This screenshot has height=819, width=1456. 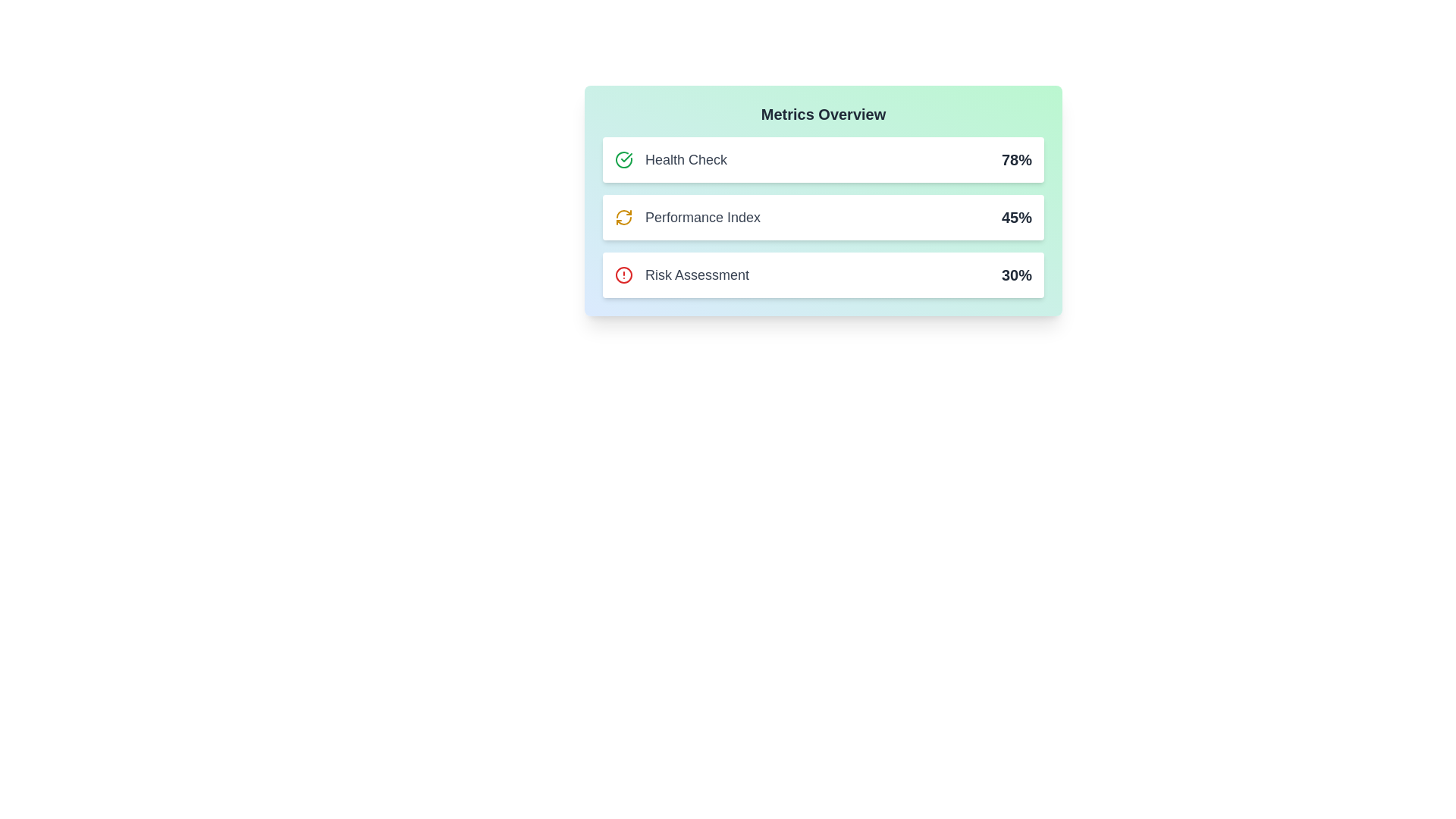 I want to click on the reload icon located to the left of the 'Performance Index' text within the 'Metrics Overview' section, so click(x=623, y=217).